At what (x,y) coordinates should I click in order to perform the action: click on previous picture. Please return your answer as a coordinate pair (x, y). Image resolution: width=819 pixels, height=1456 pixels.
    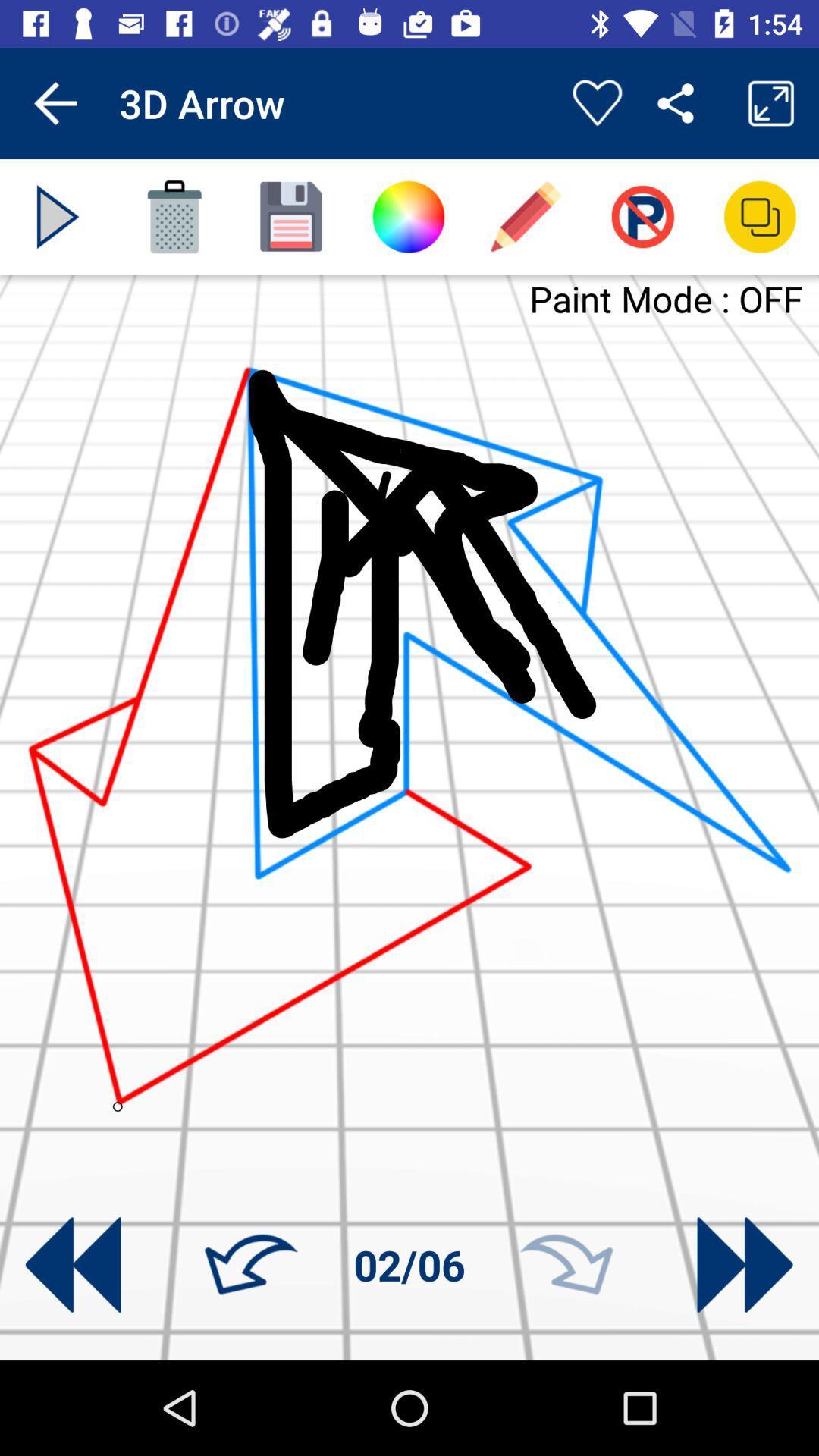
    Looking at the image, I should click on (73, 1265).